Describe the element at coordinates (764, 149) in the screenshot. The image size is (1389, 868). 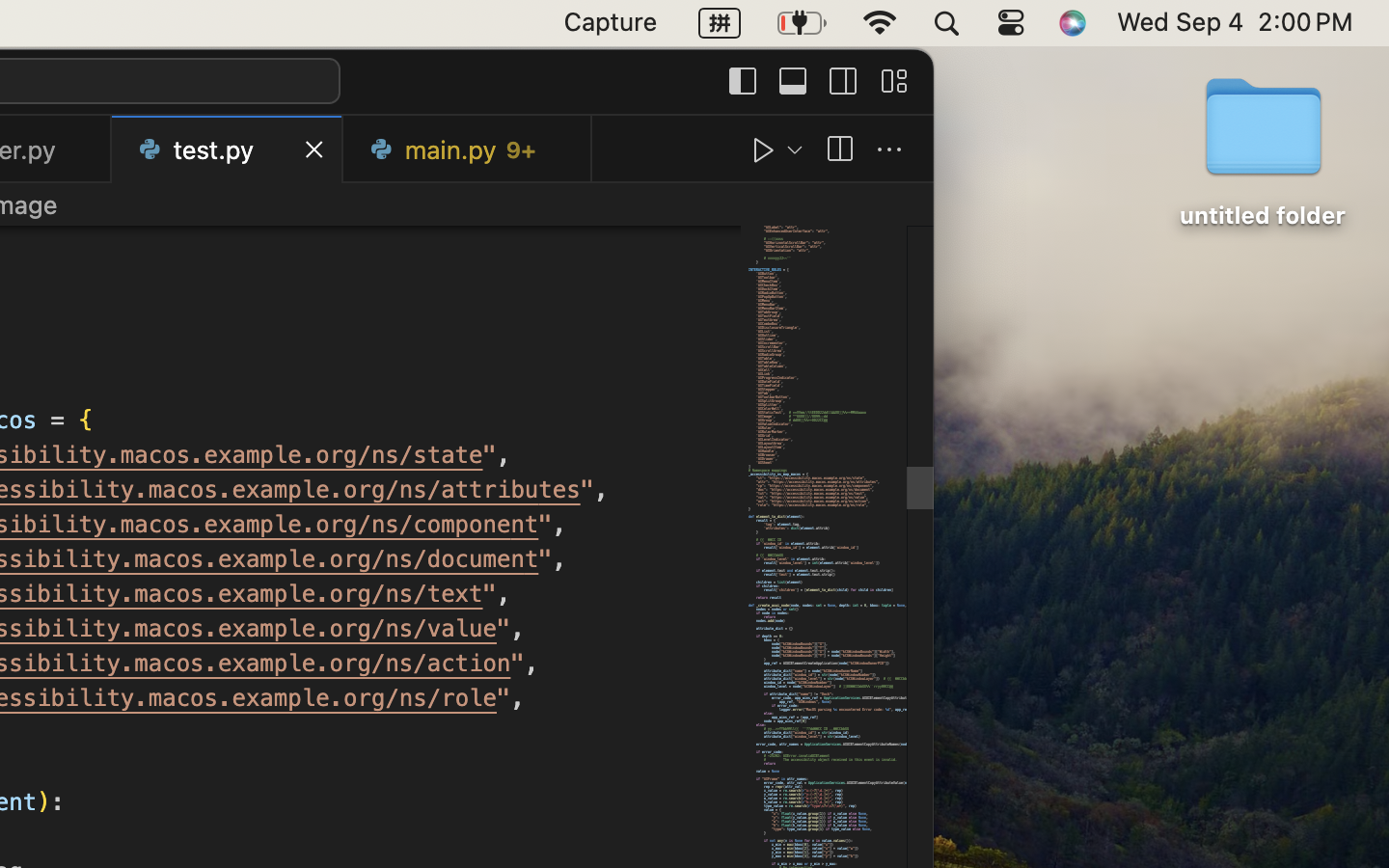
I see `''` at that location.